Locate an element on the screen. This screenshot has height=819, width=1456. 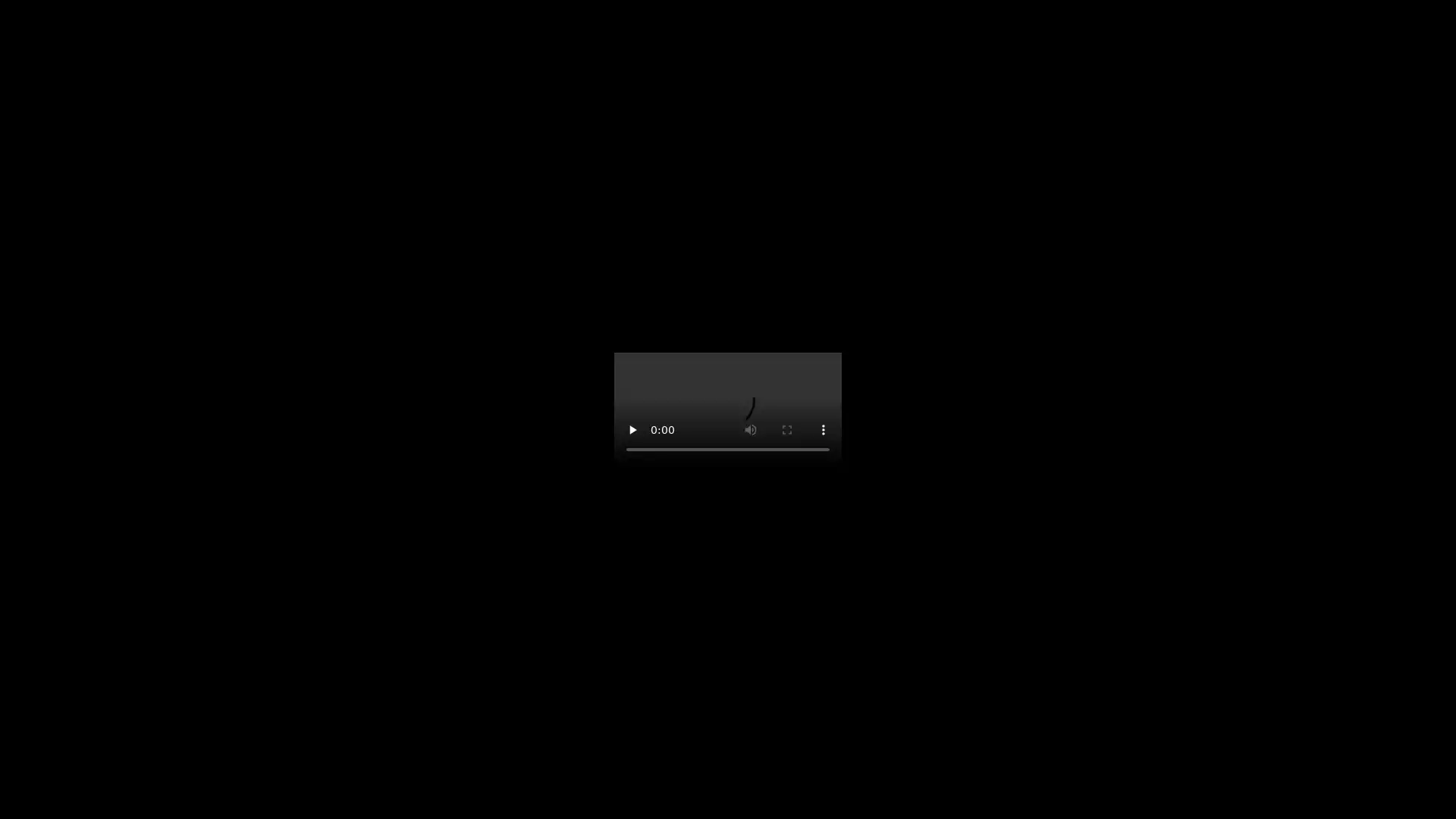
play is located at coordinates (632, 430).